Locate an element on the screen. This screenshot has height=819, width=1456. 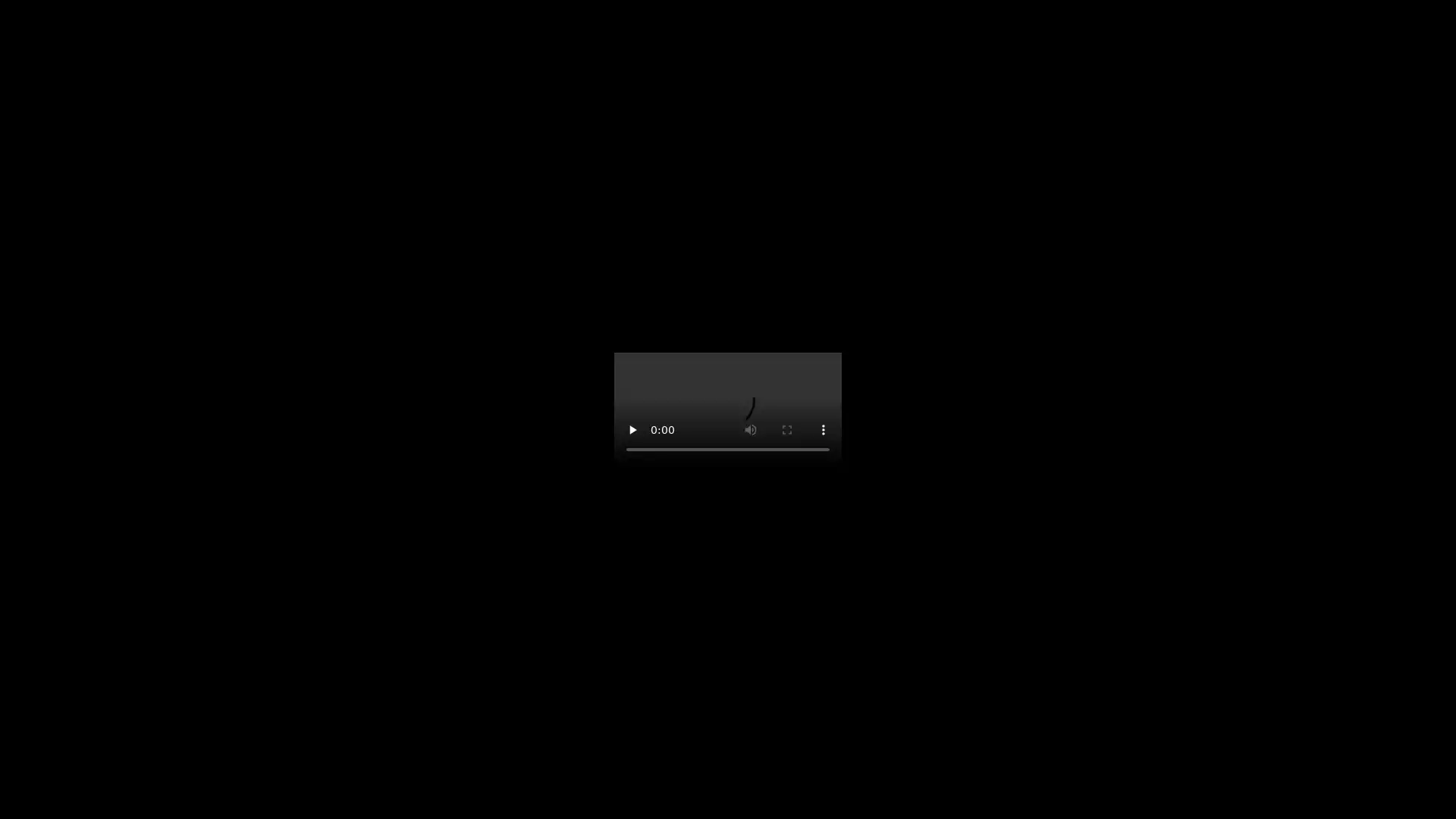
play is located at coordinates (632, 430).